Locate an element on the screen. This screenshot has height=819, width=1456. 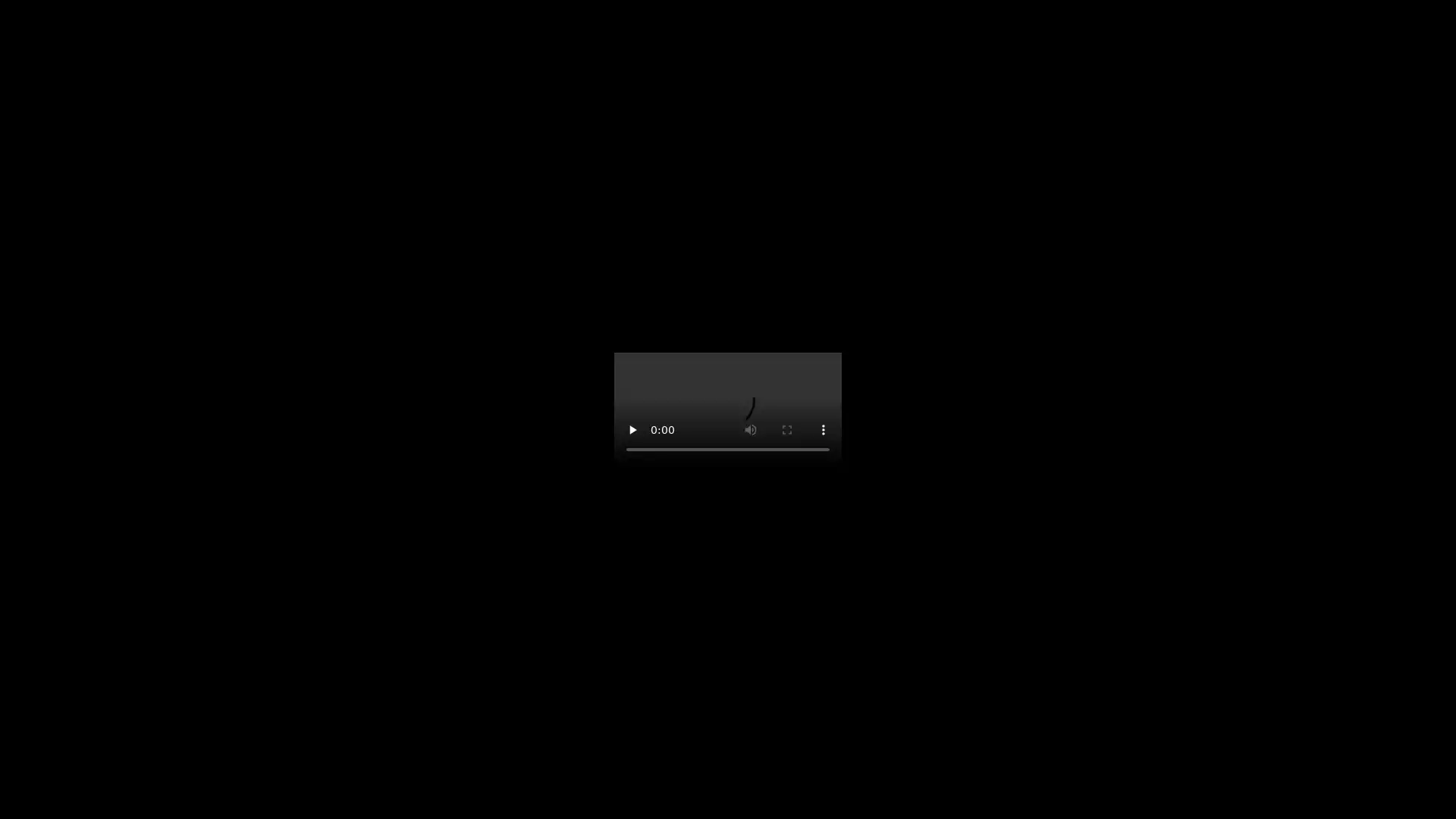
play is located at coordinates (632, 430).